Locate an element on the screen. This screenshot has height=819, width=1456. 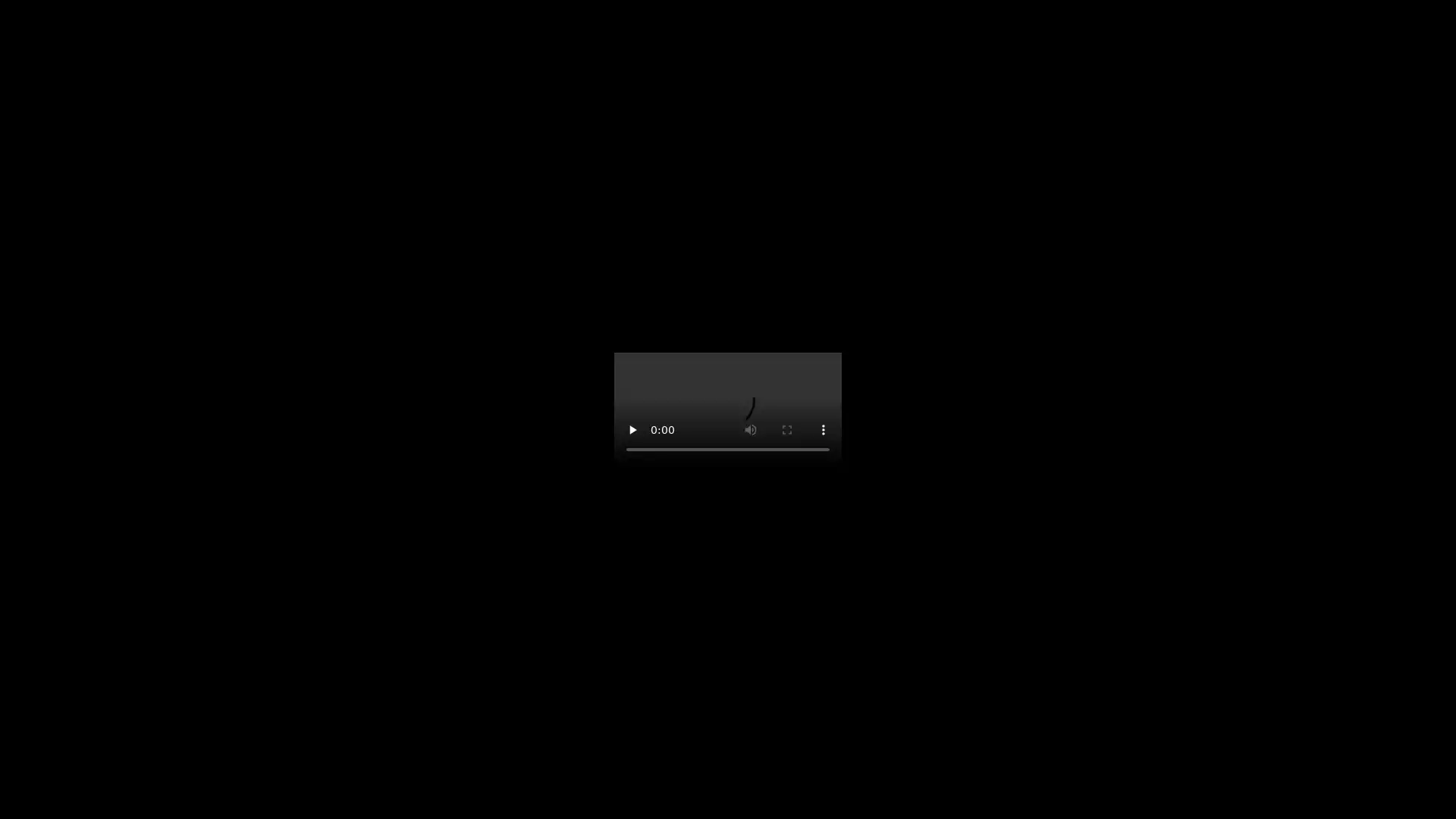
play is located at coordinates (632, 430).